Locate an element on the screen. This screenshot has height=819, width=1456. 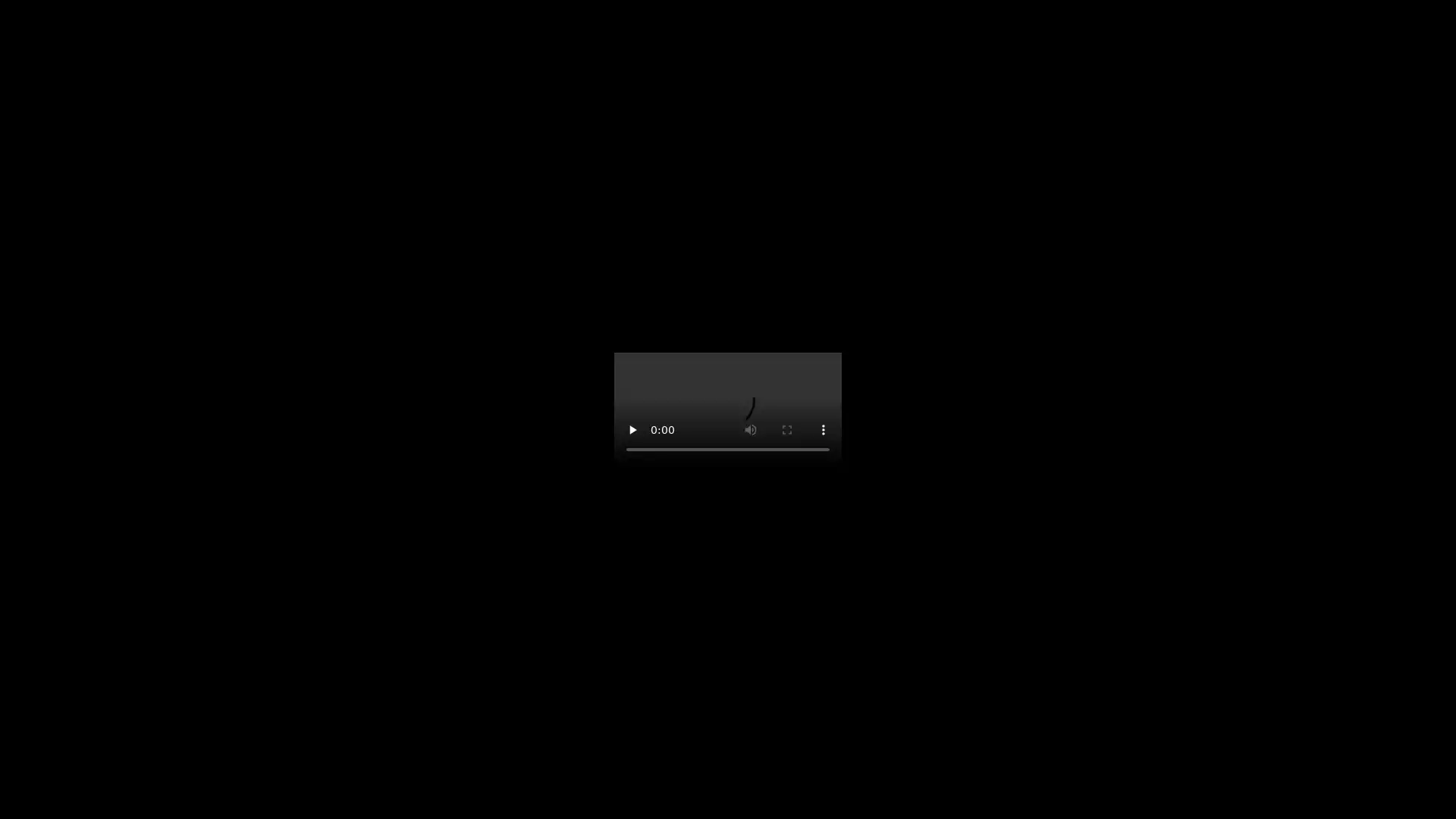
play is located at coordinates (632, 430).